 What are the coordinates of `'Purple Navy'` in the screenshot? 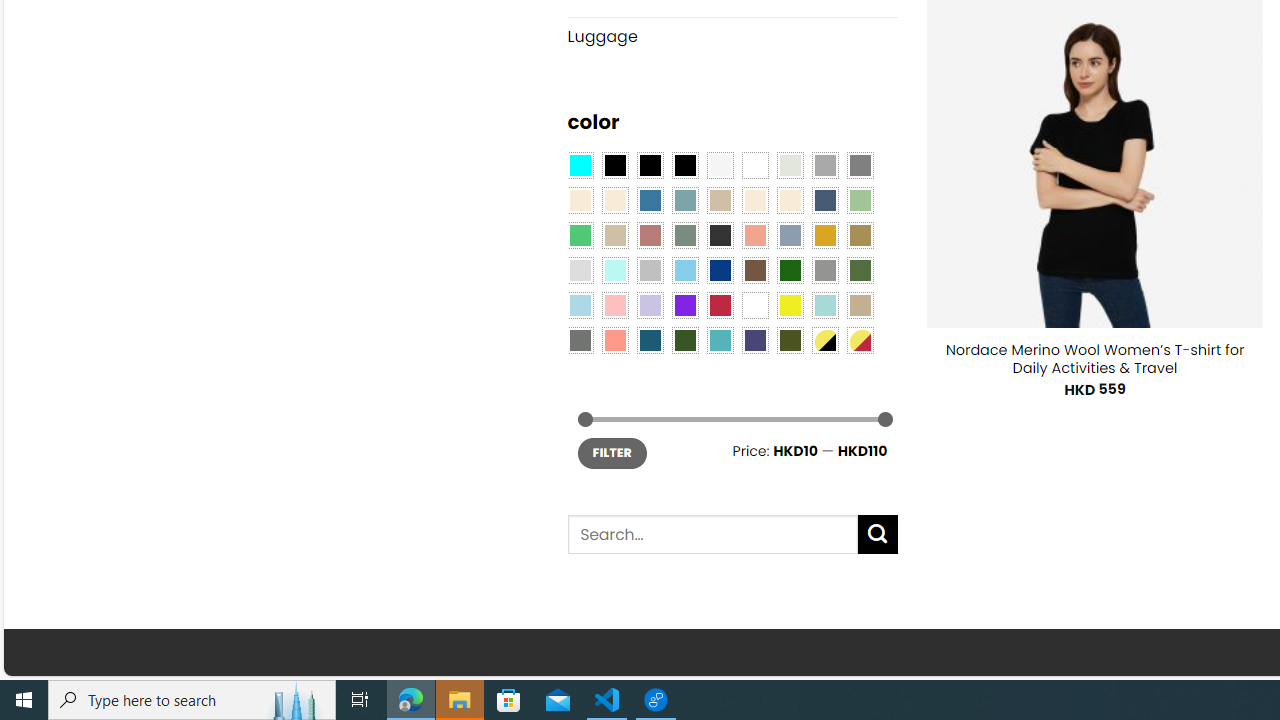 It's located at (754, 338).